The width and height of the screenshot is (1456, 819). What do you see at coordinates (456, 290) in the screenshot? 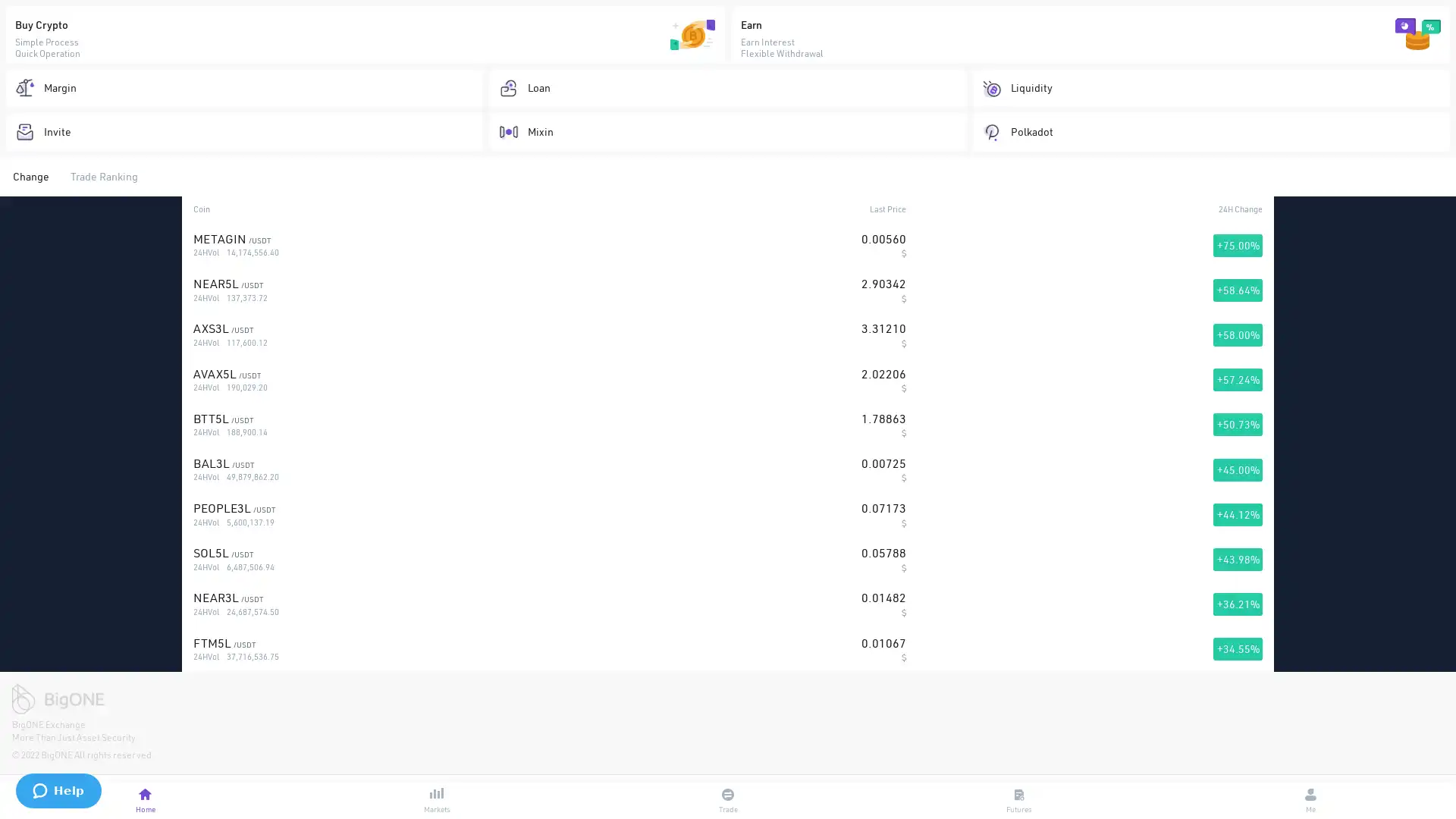
I see `Start Trading` at bounding box center [456, 290].